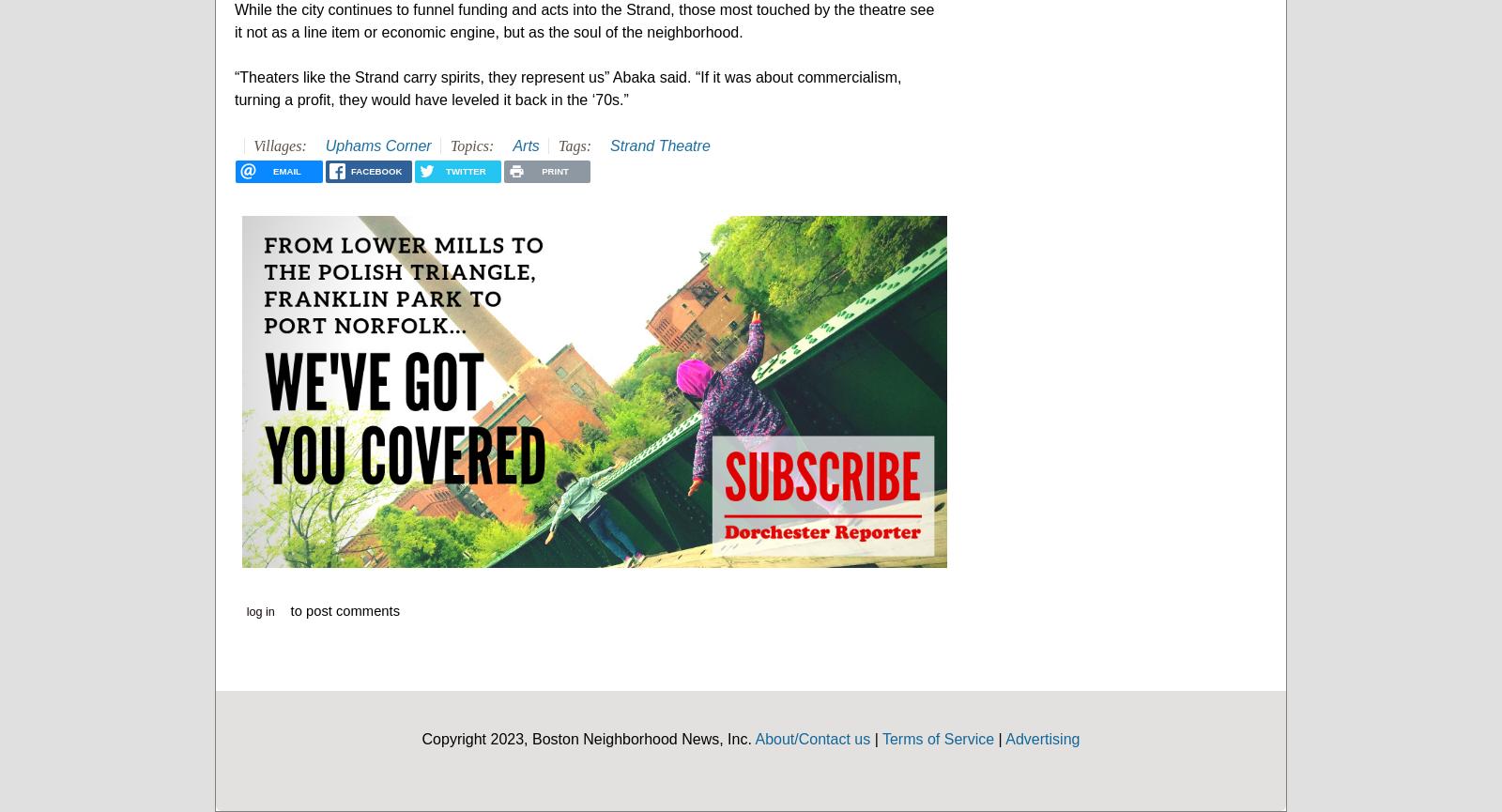 Image resolution: width=1502 pixels, height=812 pixels. What do you see at coordinates (584, 20) in the screenshot?
I see `'While the city continues to funnel funding and acts into the Strand, those most touched by the theatre see it not as a line item or economic engine, but as the soul of the neighborhood.'` at bounding box center [584, 20].